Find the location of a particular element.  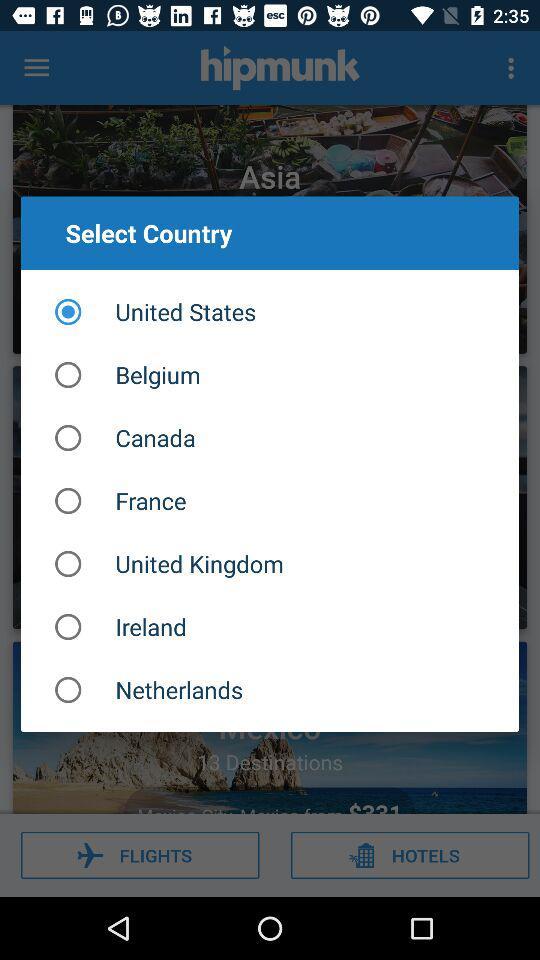

the item below ireland is located at coordinates (270, 690).